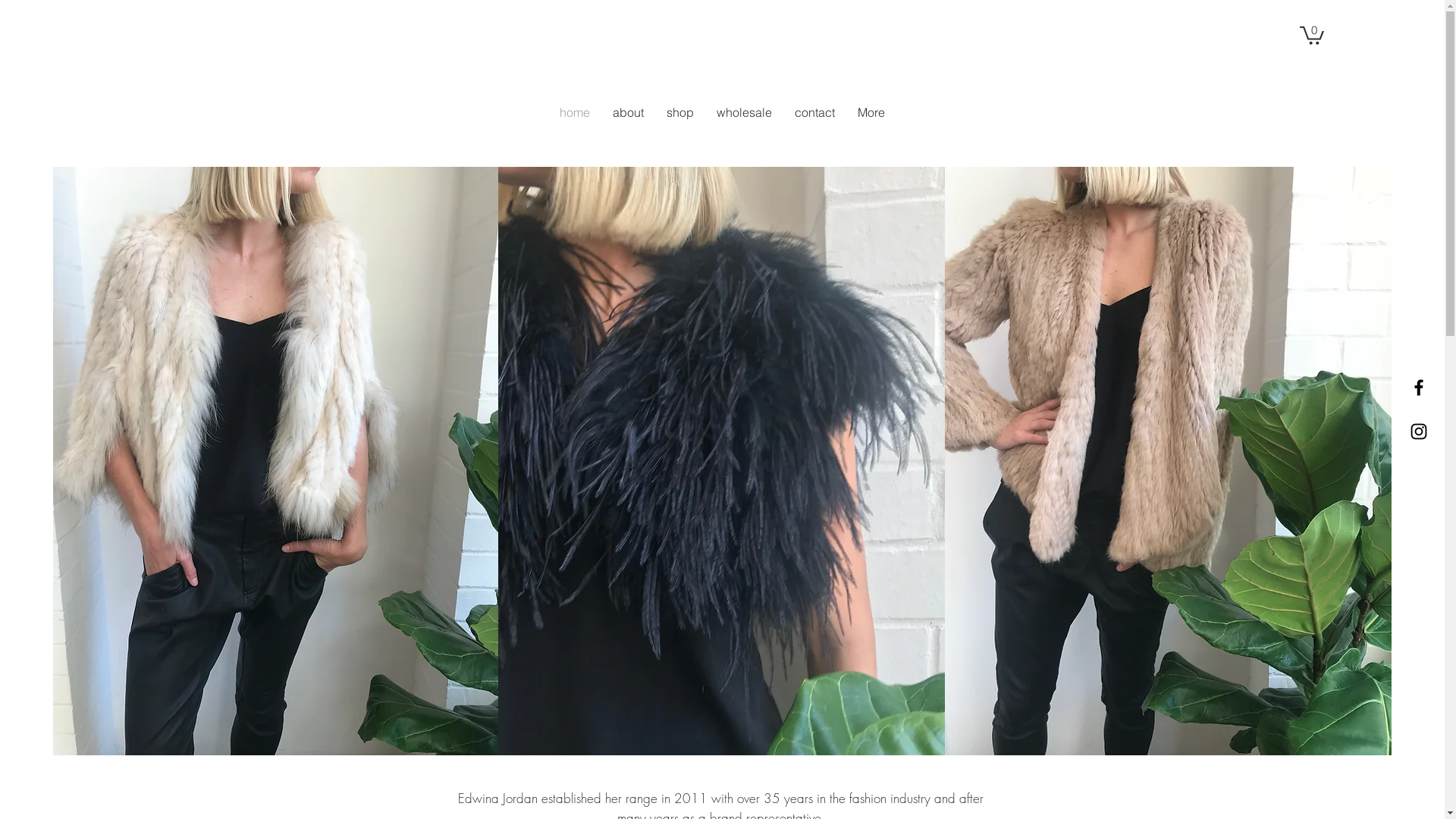 Image resolution: width=1456 pixels, height=819 pixels. Describe the element at coordinates (744, 122) in the screenshot. I see `'wholesale'` at that location.